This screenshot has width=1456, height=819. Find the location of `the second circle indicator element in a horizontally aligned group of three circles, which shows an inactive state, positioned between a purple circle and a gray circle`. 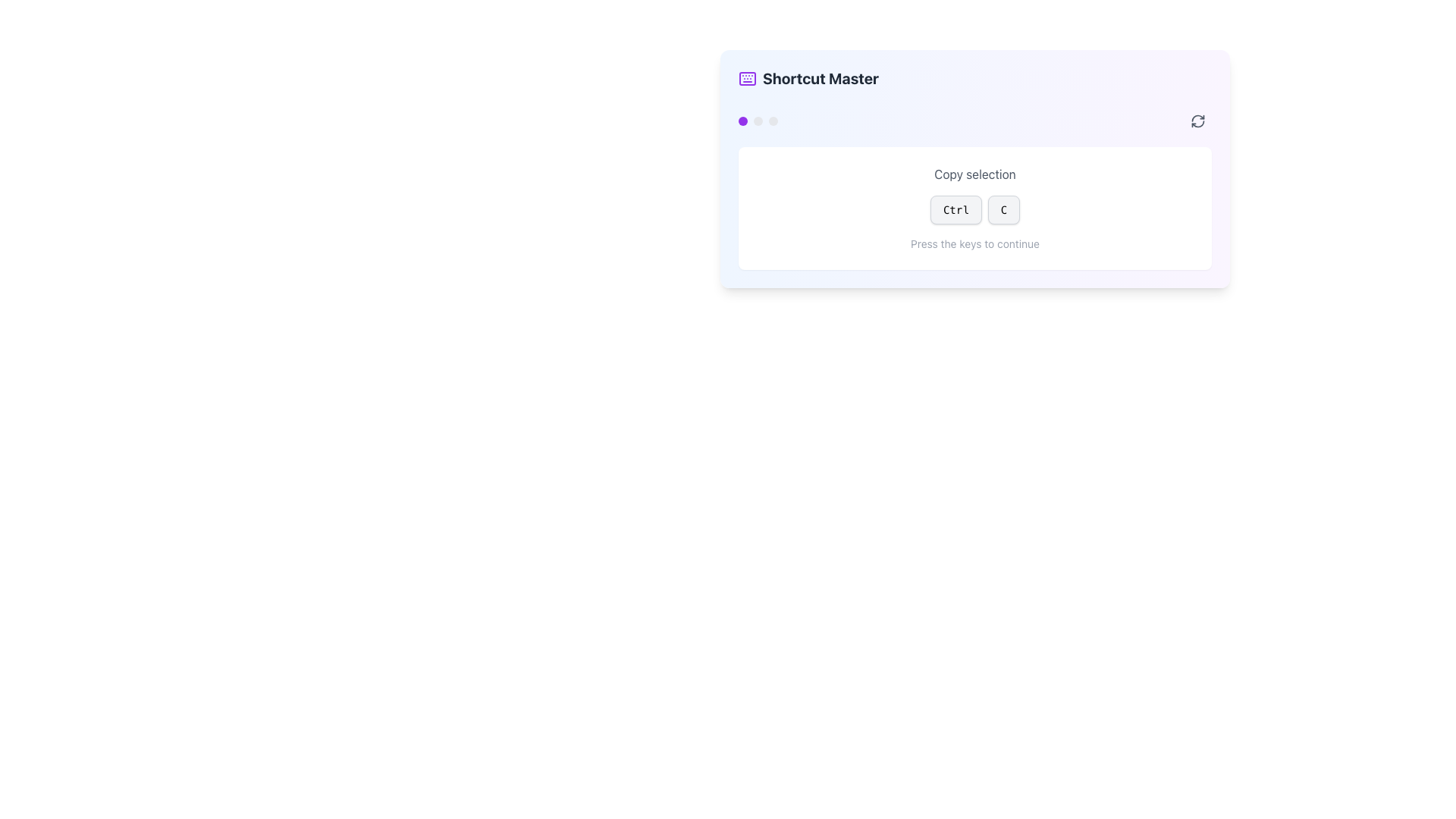

the second circle indicator element in a horizontally aligned group of three circles, which shows an inactive state, positioned between a purple circle and a gray circle is located at coordinates (758, 120).